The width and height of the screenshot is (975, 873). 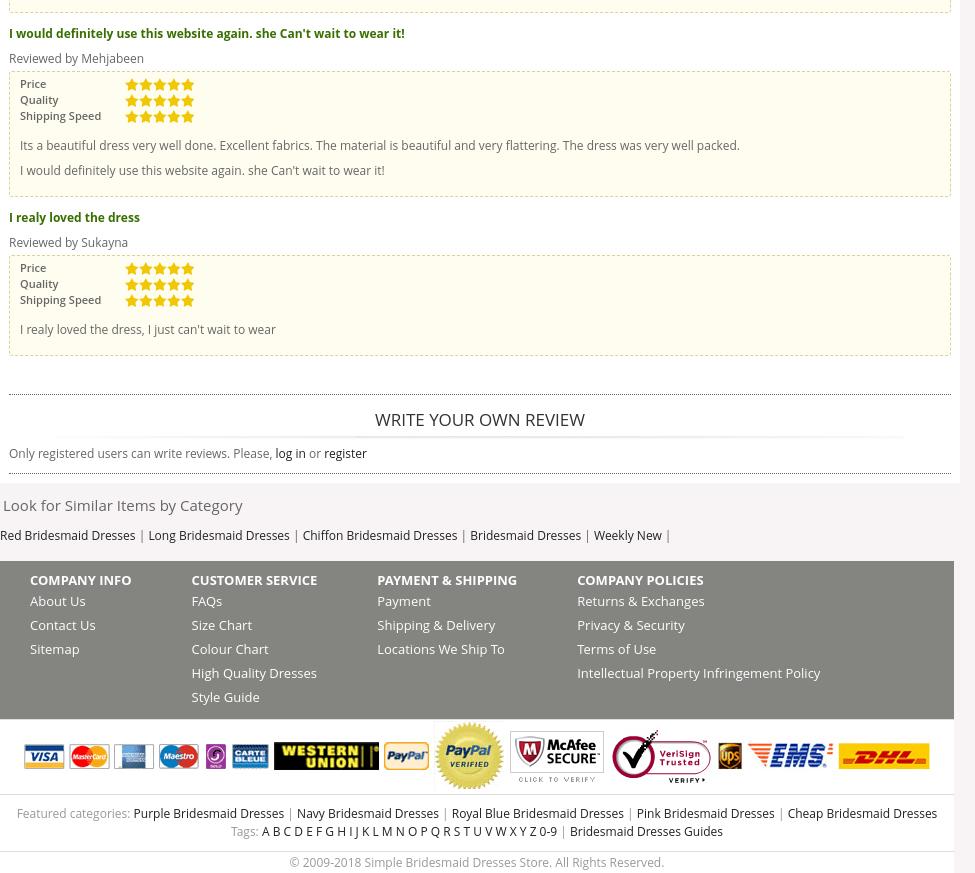 What do you see at coordinates (446, 831) in the screenshot?
I see `'R'` at bounding box center [446, 831].